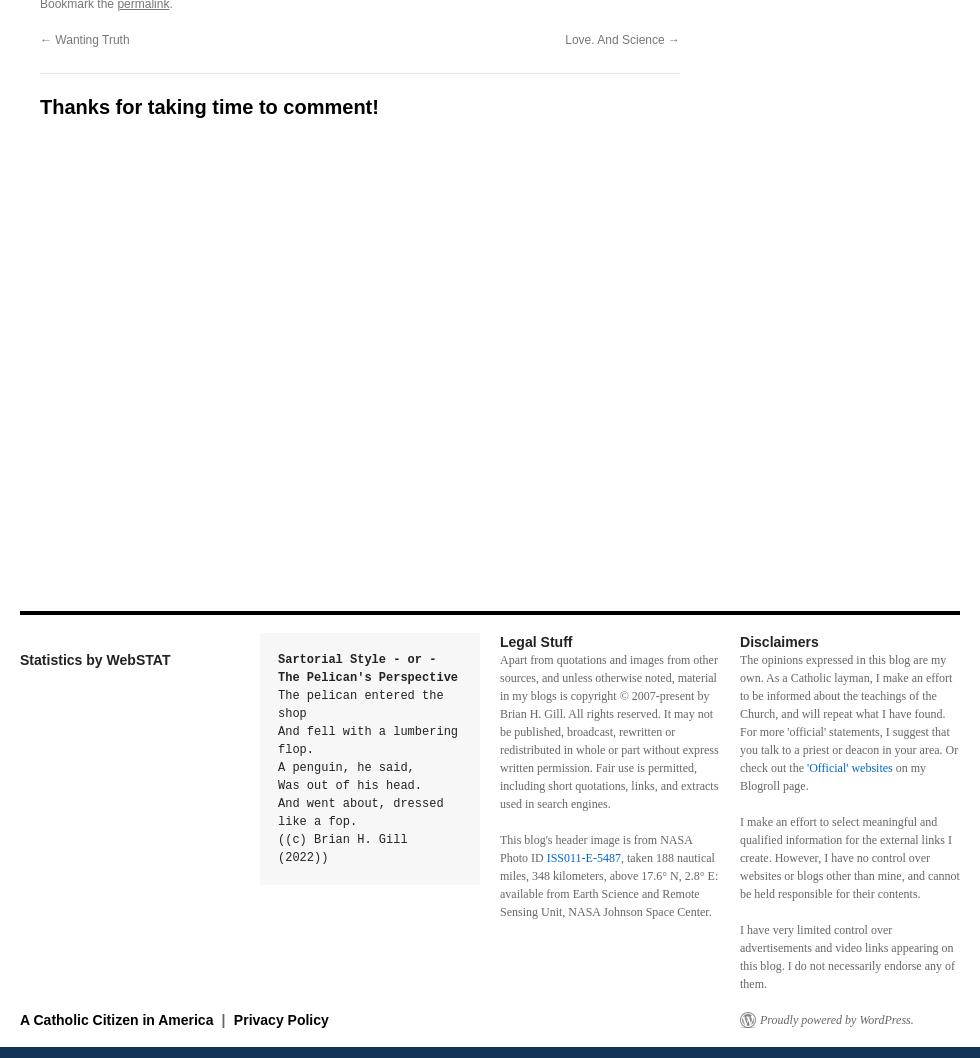 The width and height of the screenshot is (980, 1058). Describe the element at coordinates (209, 105) in the screenshot. I see `'Thanks for taking time to comment!'` at that location.